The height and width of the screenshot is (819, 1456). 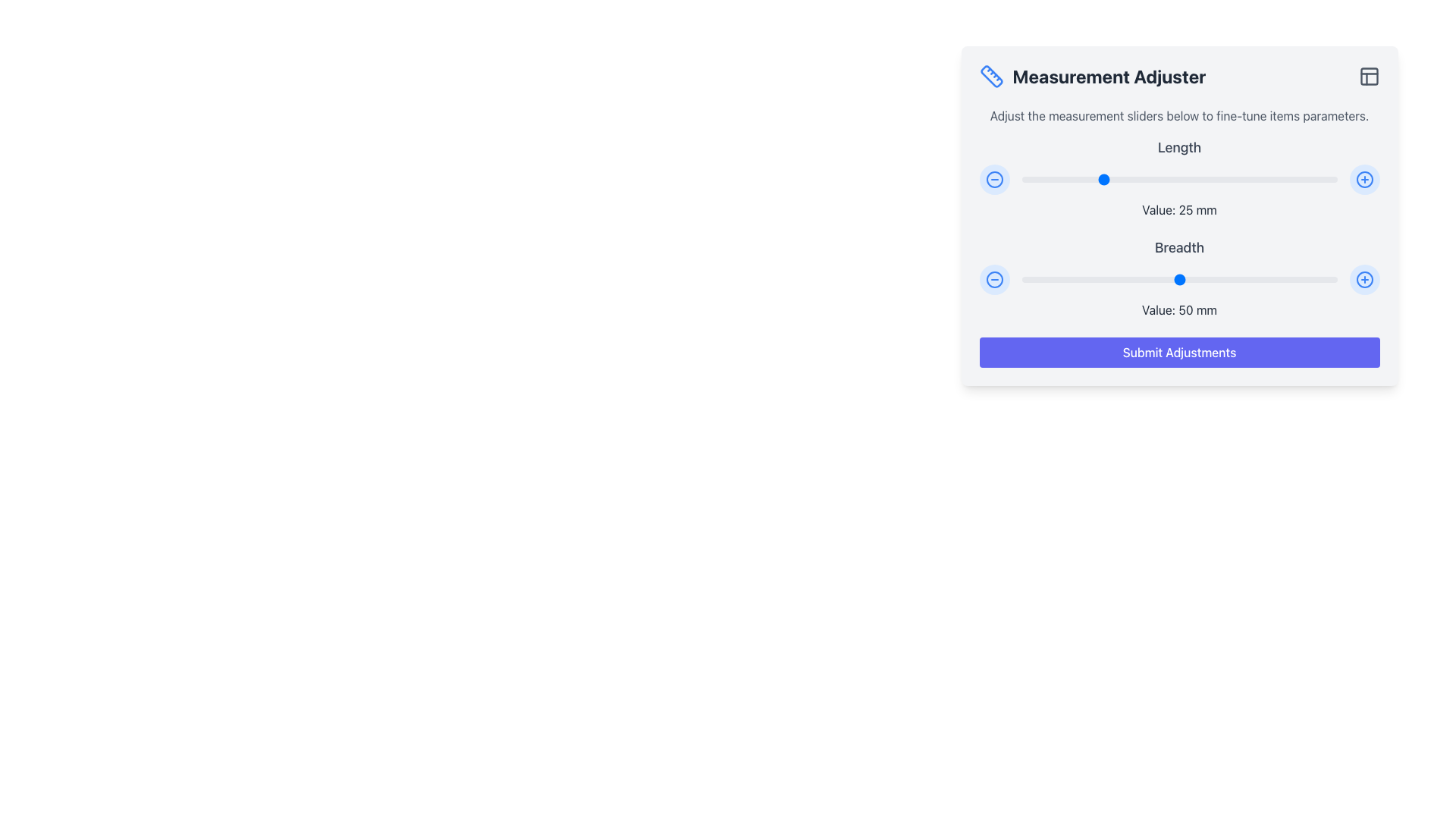 I want to click on the text label displaying 'Value: 50 mm' located below the 'Breadth' slider in the 'Measurement Adjuster' panel, so click(x=1178, y=309).